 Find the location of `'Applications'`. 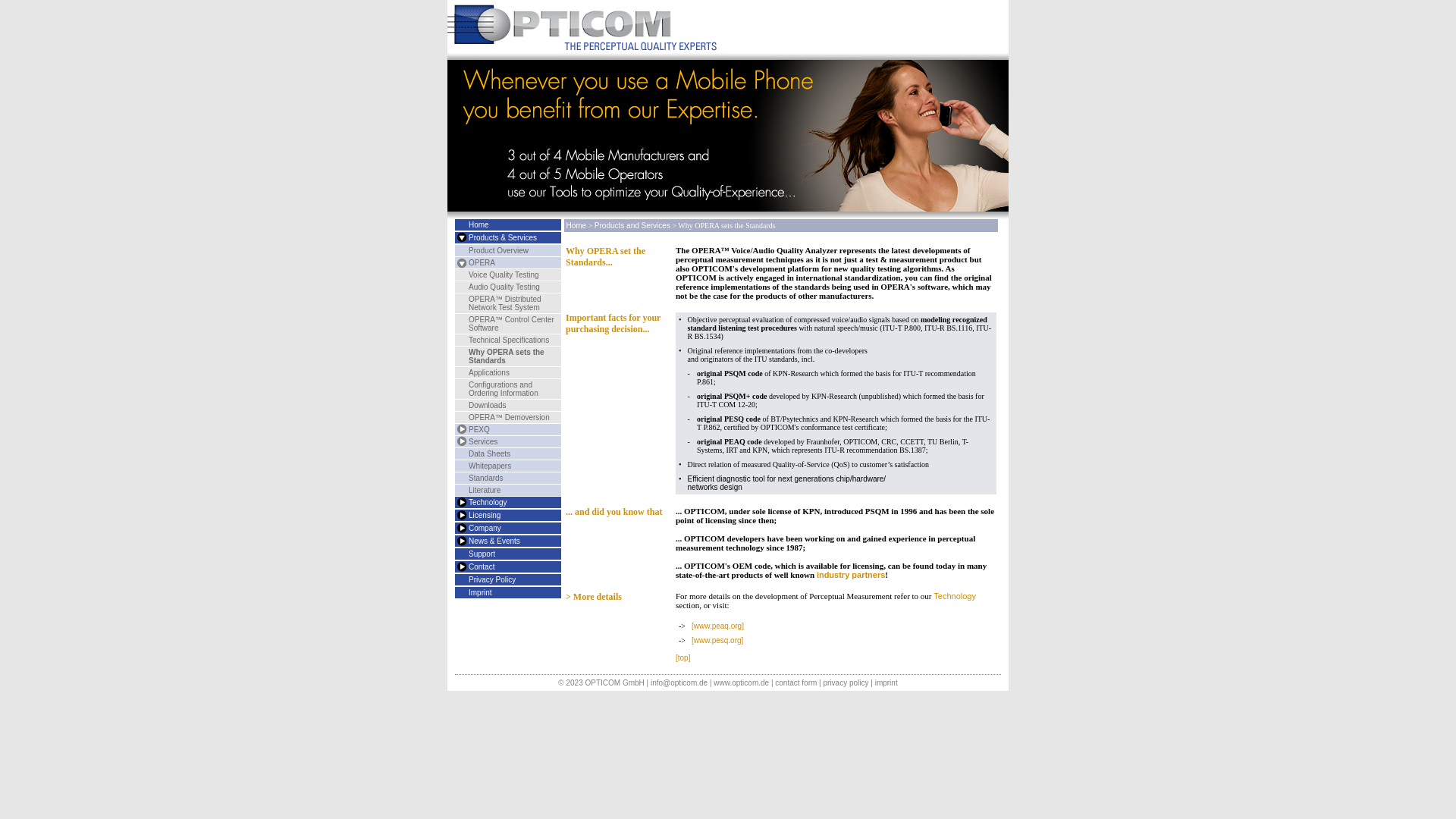

'Applications' is located at coordinates (488, 372).